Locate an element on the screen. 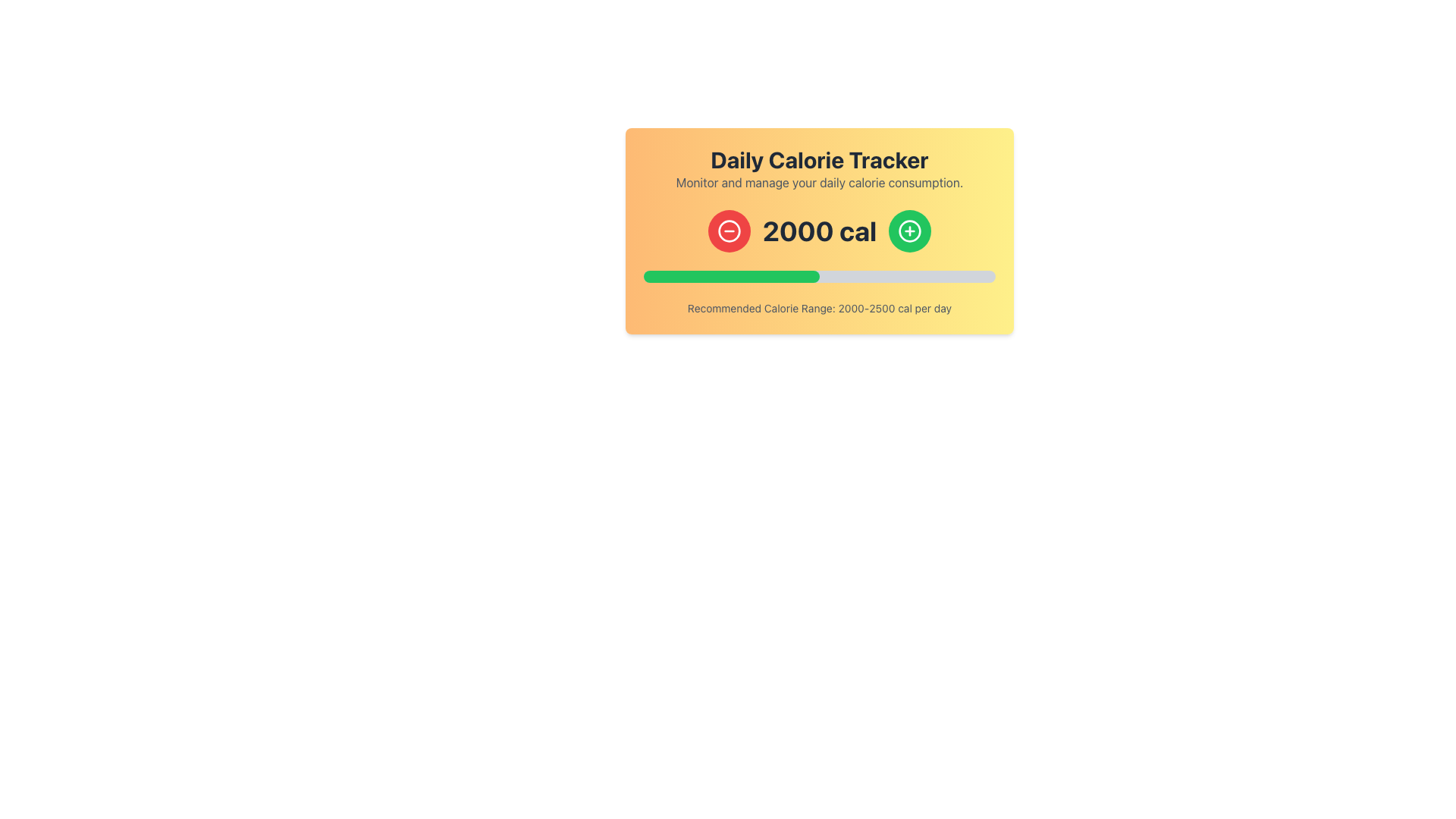 Image resolution: width=1456 pixels, height=819 pixels. the text display showing the current calorie count of '2000 cal' in the calorie tracker interface is located at coordinates (818, 231).